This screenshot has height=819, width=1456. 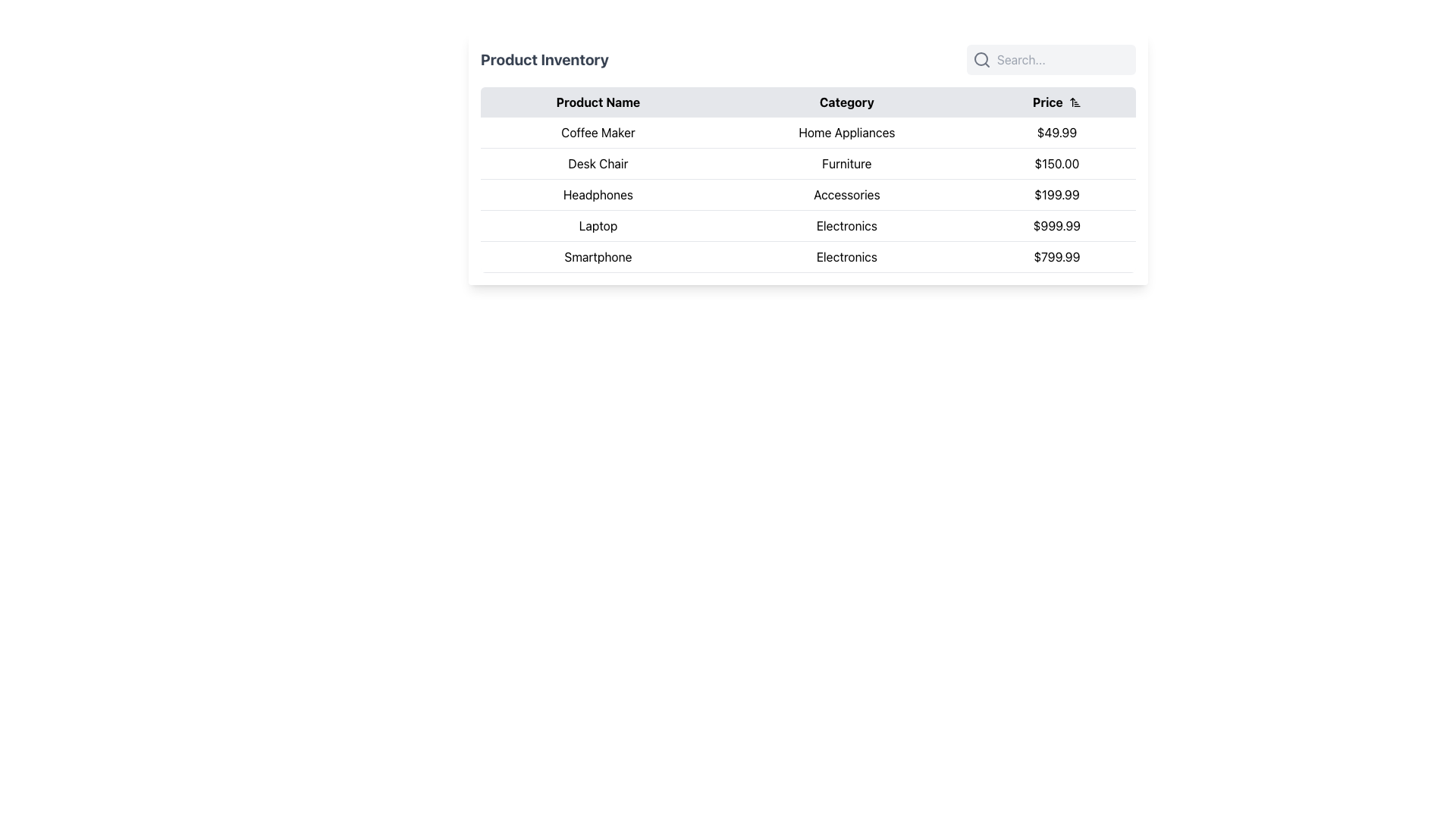 I want to click on to select the third product row displaying 'Headphones' in the product name, 'Accessories' in the category, and '$199.99' in the price, so click(x=807, y=194).